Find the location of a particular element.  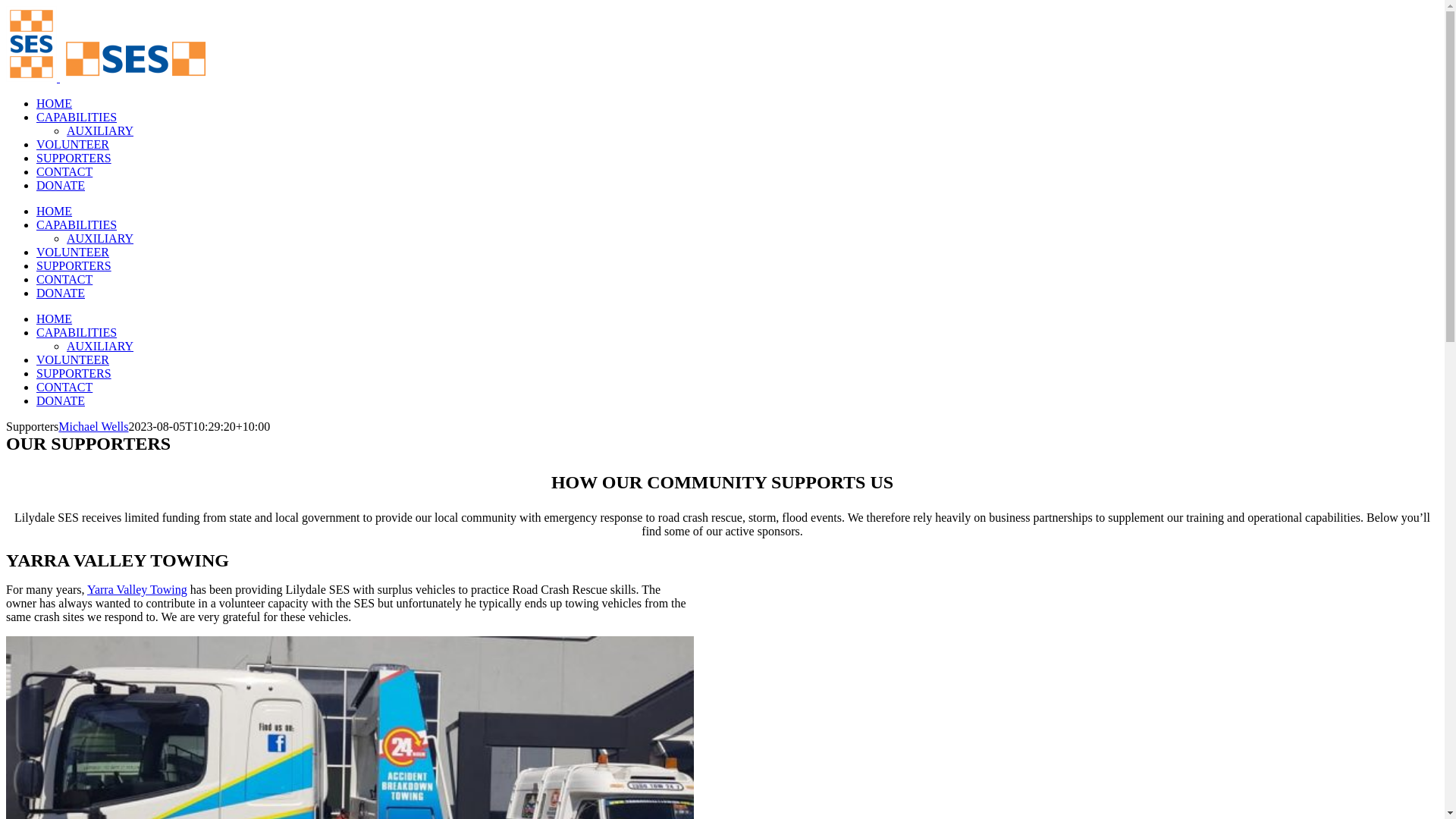

'Skip to content' is located at coordinates (5, 5).